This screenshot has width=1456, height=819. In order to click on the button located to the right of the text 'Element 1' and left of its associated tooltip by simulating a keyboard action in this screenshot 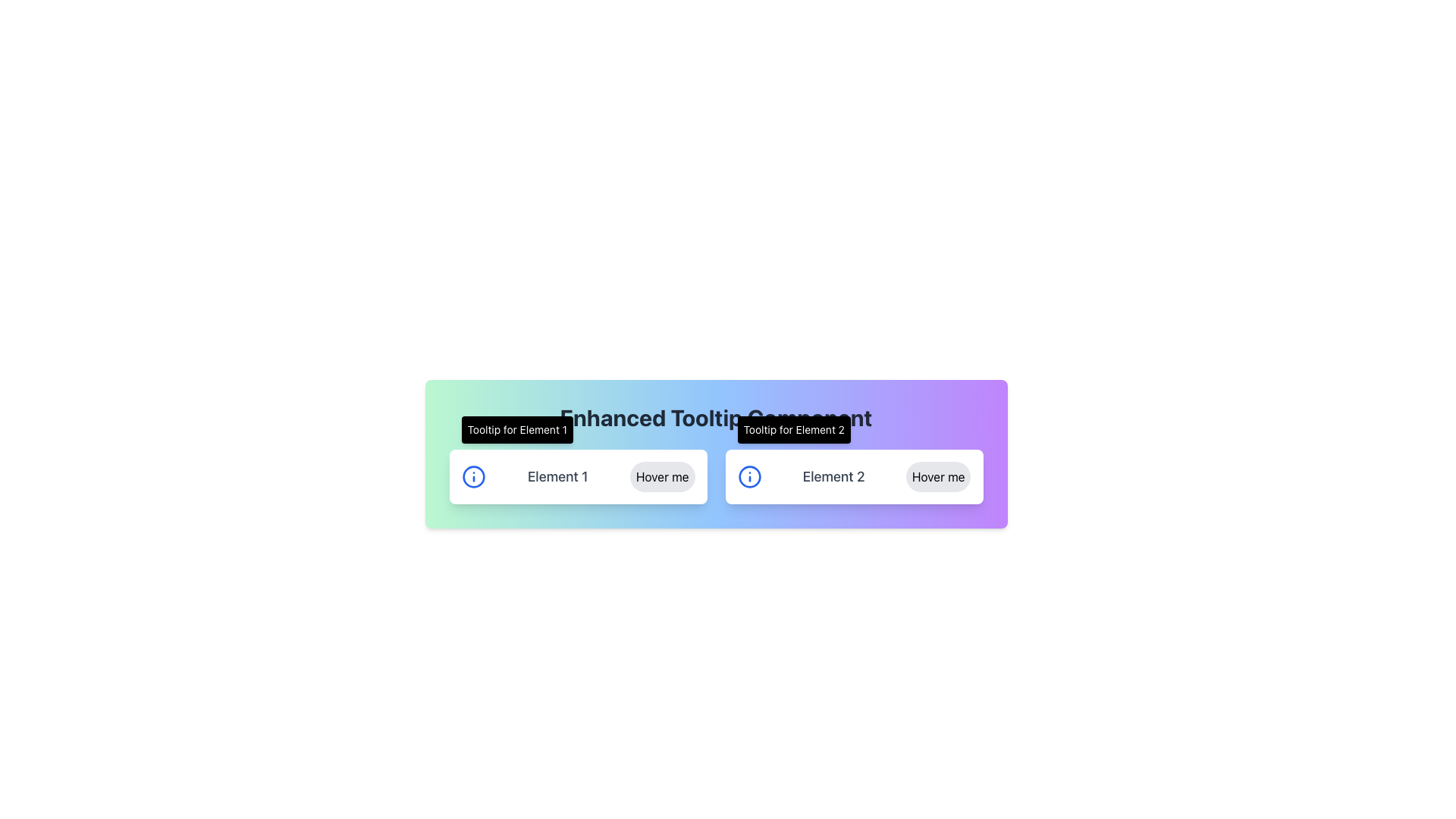, I will do `click(662, 475)`.